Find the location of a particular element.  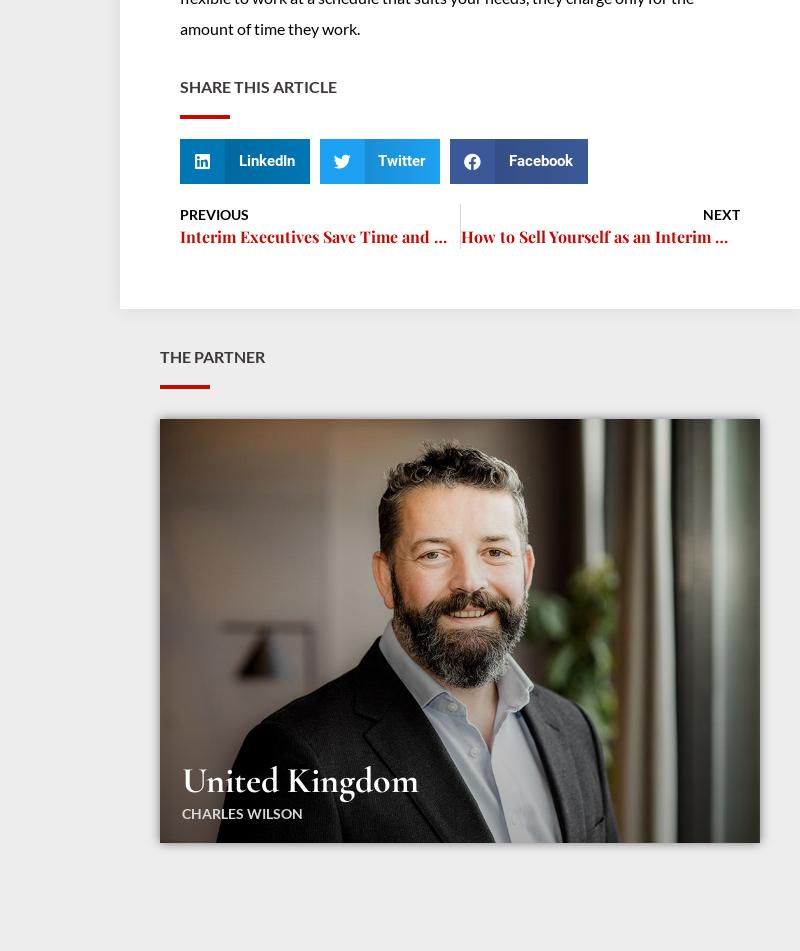

'How to Sell Yourself as an Interim Manager' is located at coordinates (619, 235).